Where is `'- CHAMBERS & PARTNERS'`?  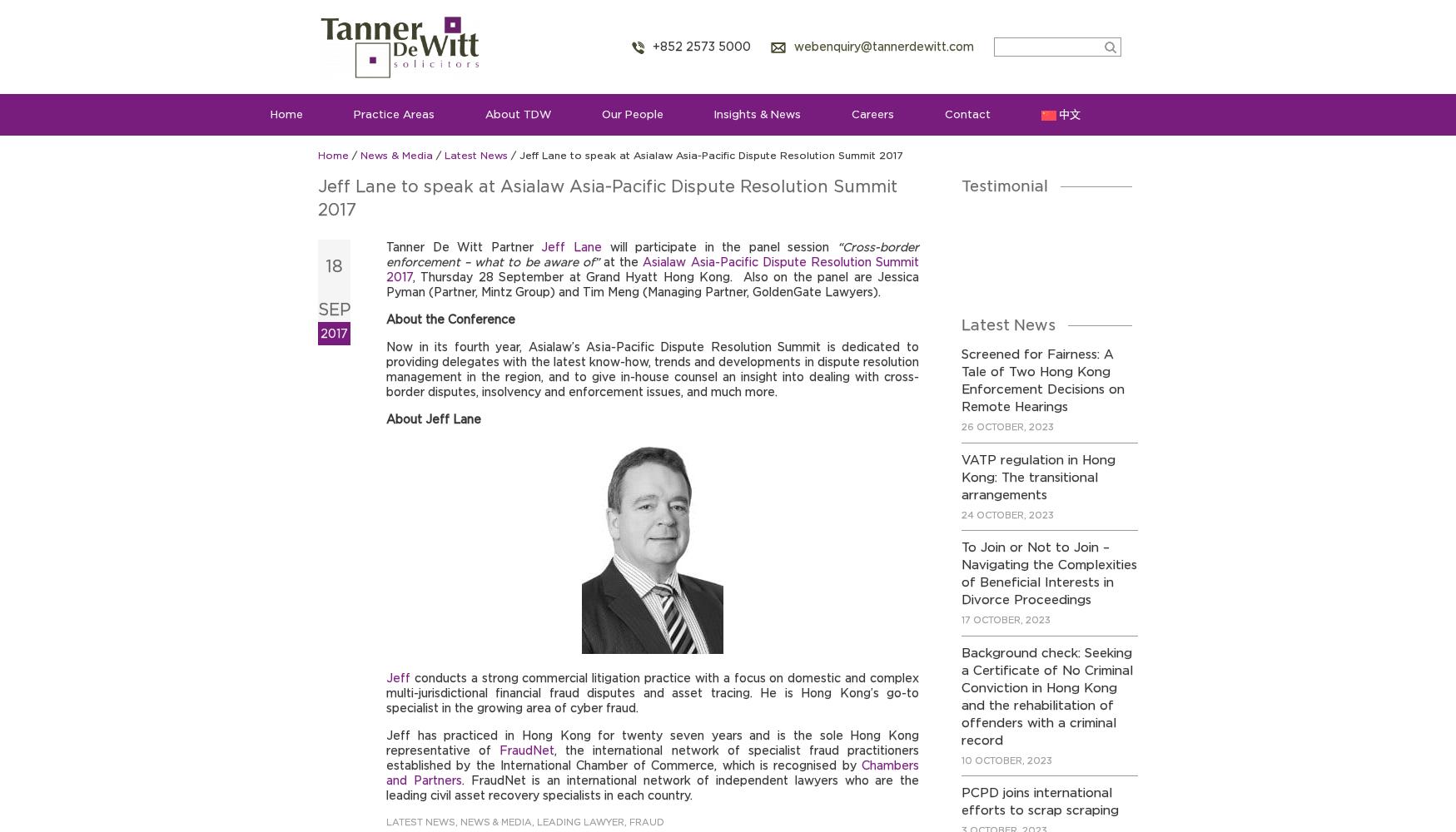
'- CHAMBERS & PARTNERS' is located at coordinates (1030, 290).